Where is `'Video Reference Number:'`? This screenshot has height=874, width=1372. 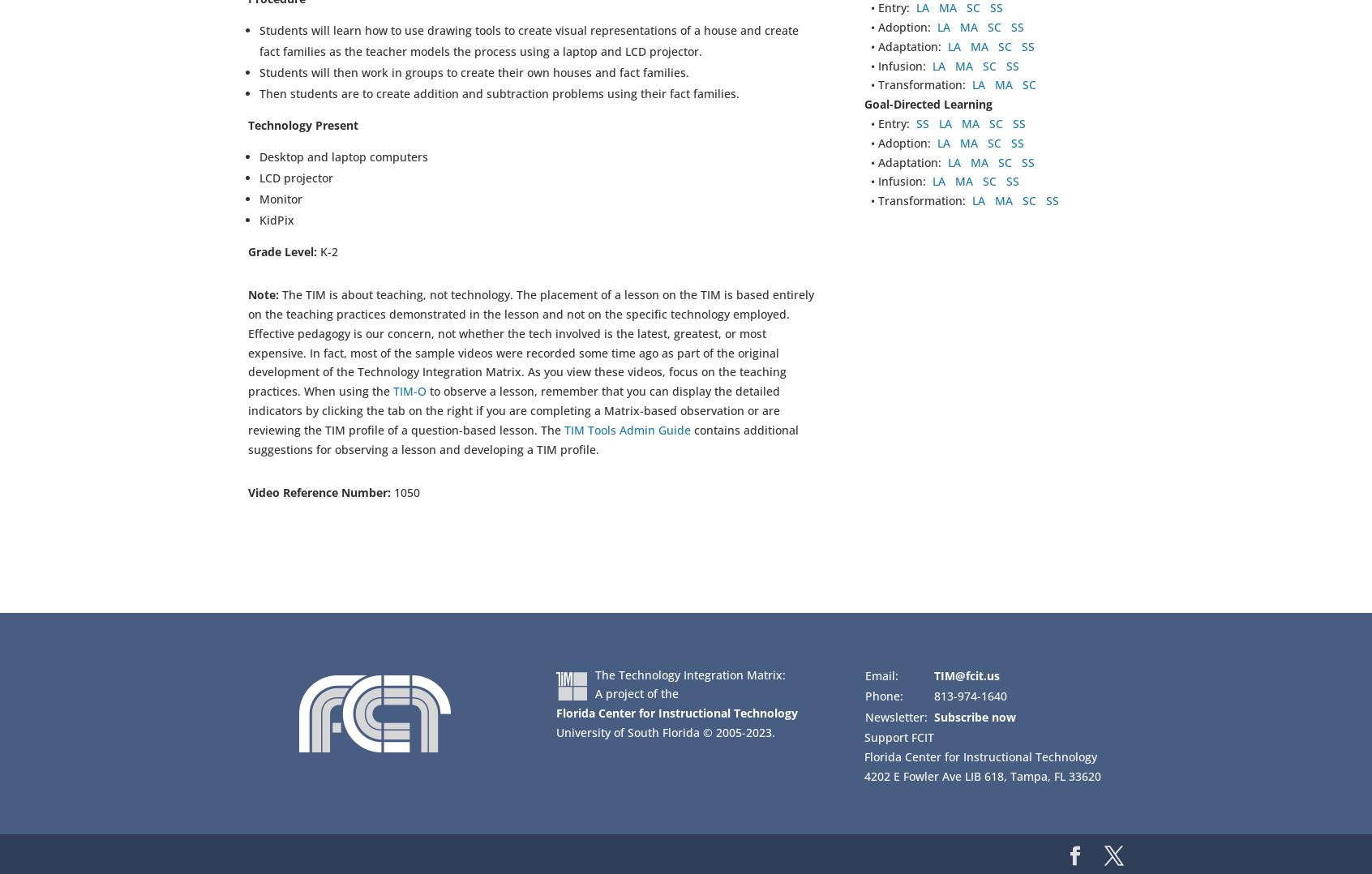 'Video Reference Number:' is located at coordinates (247, 492).